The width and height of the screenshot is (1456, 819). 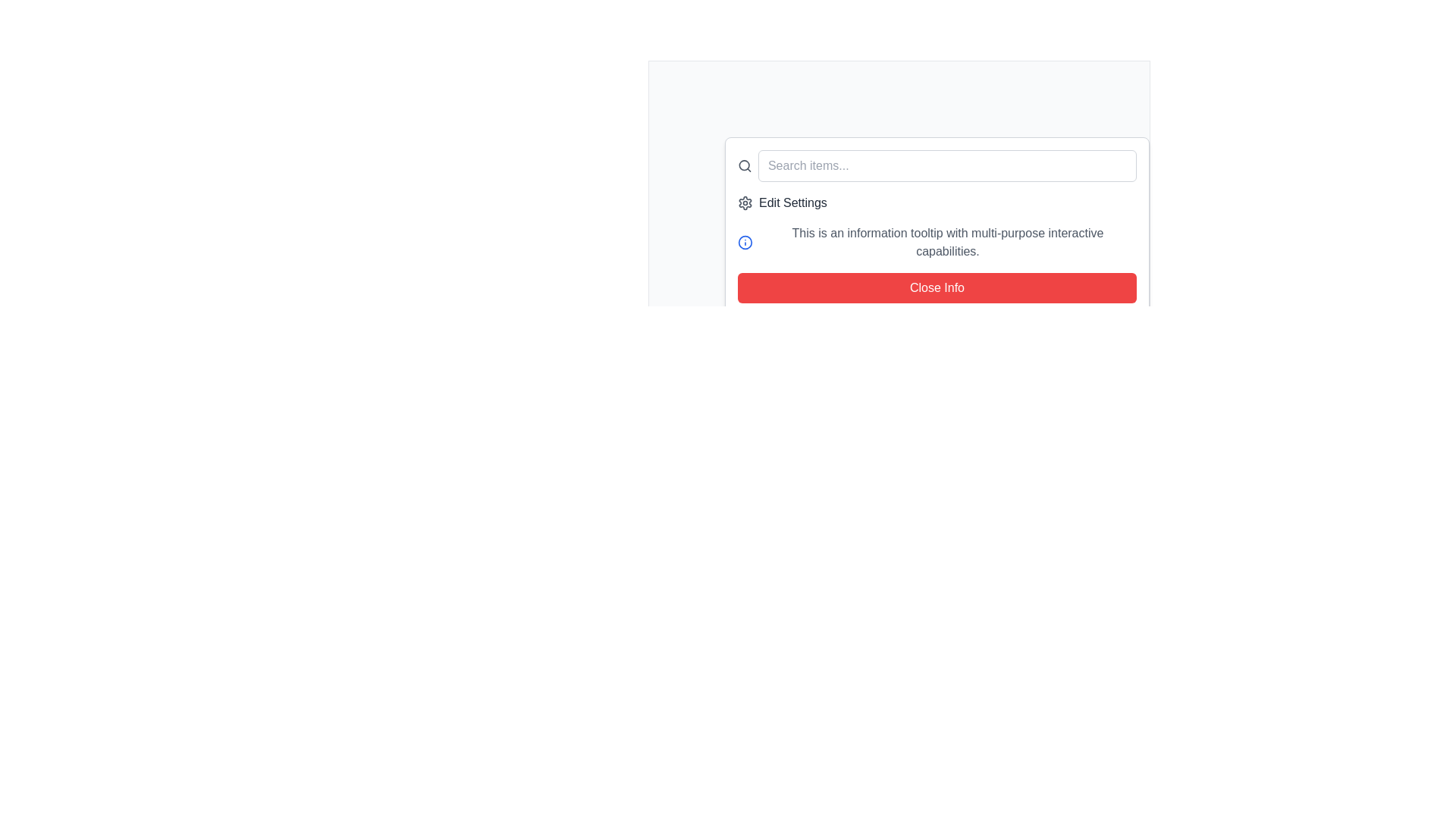 I want to click on the outer circle of the information icon, which serves as a visual indicator in the tooltip section, so click(x=745, y=242).